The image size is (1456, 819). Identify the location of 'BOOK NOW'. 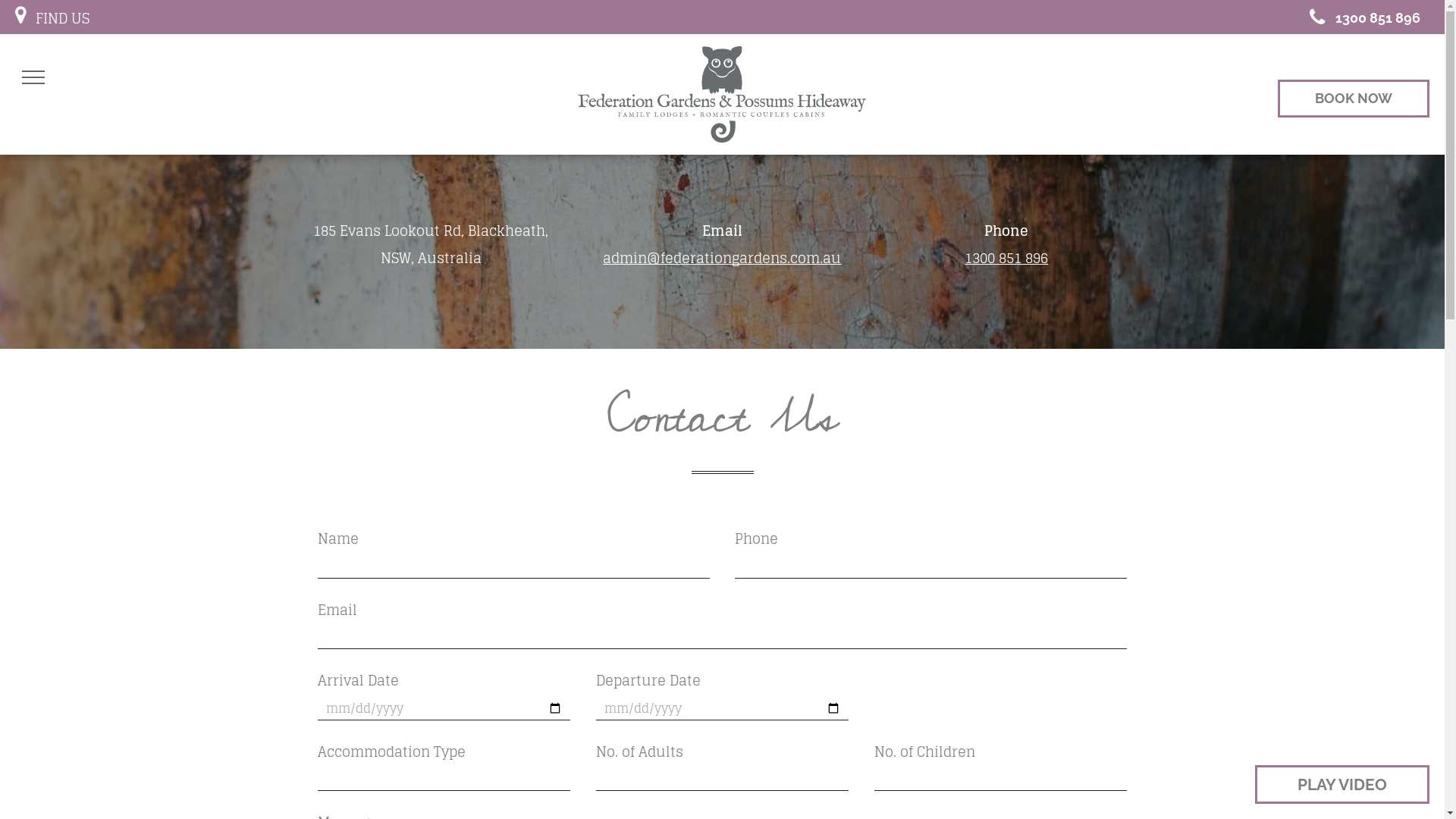
(1354, 99).